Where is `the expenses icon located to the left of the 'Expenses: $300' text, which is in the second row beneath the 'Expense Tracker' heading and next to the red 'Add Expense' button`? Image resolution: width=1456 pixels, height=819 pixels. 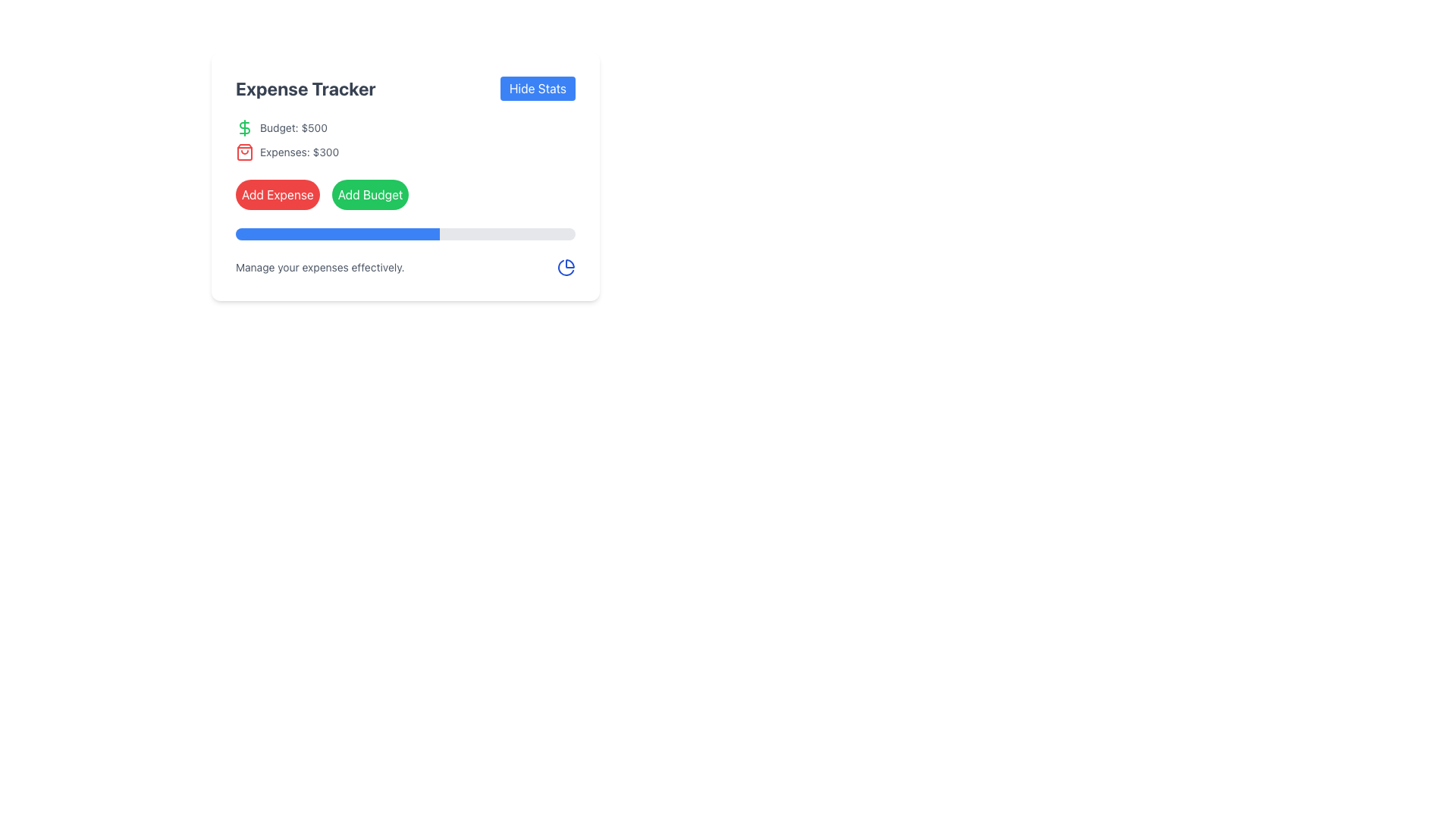
the expenses icon located to the left of the 'Expenses: $300' text, which is in the second row beneath the 'Expense Tracker' heading and next to the red 'Add Expense' button is located at coordinates (244, 152).